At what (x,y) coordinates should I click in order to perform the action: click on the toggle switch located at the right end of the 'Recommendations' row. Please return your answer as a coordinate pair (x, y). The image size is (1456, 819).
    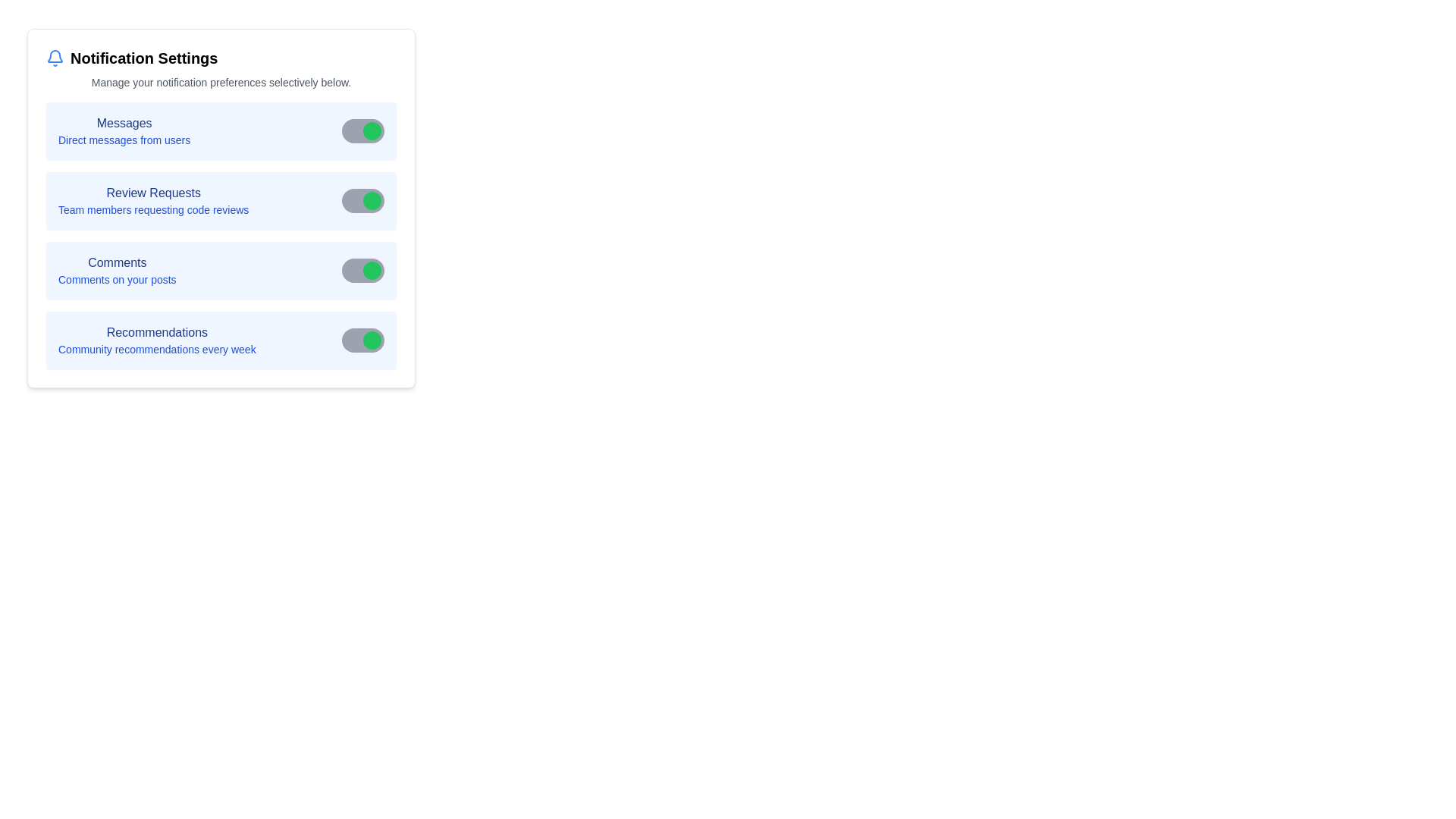
    Looking at the image, I should click on (362, 339).